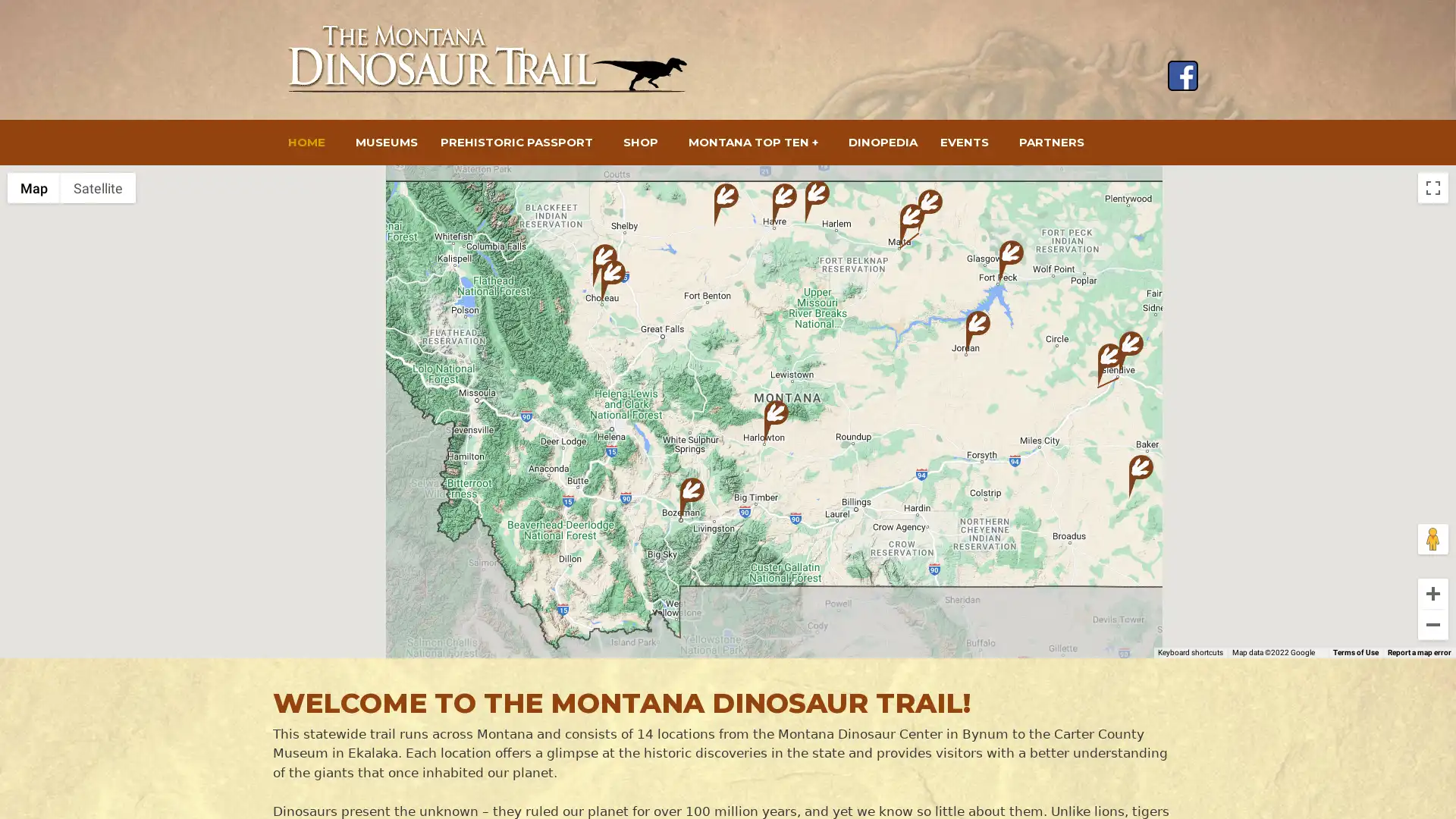  I want to click on Great Plains Dinosaur Museum, so click(912, 225).